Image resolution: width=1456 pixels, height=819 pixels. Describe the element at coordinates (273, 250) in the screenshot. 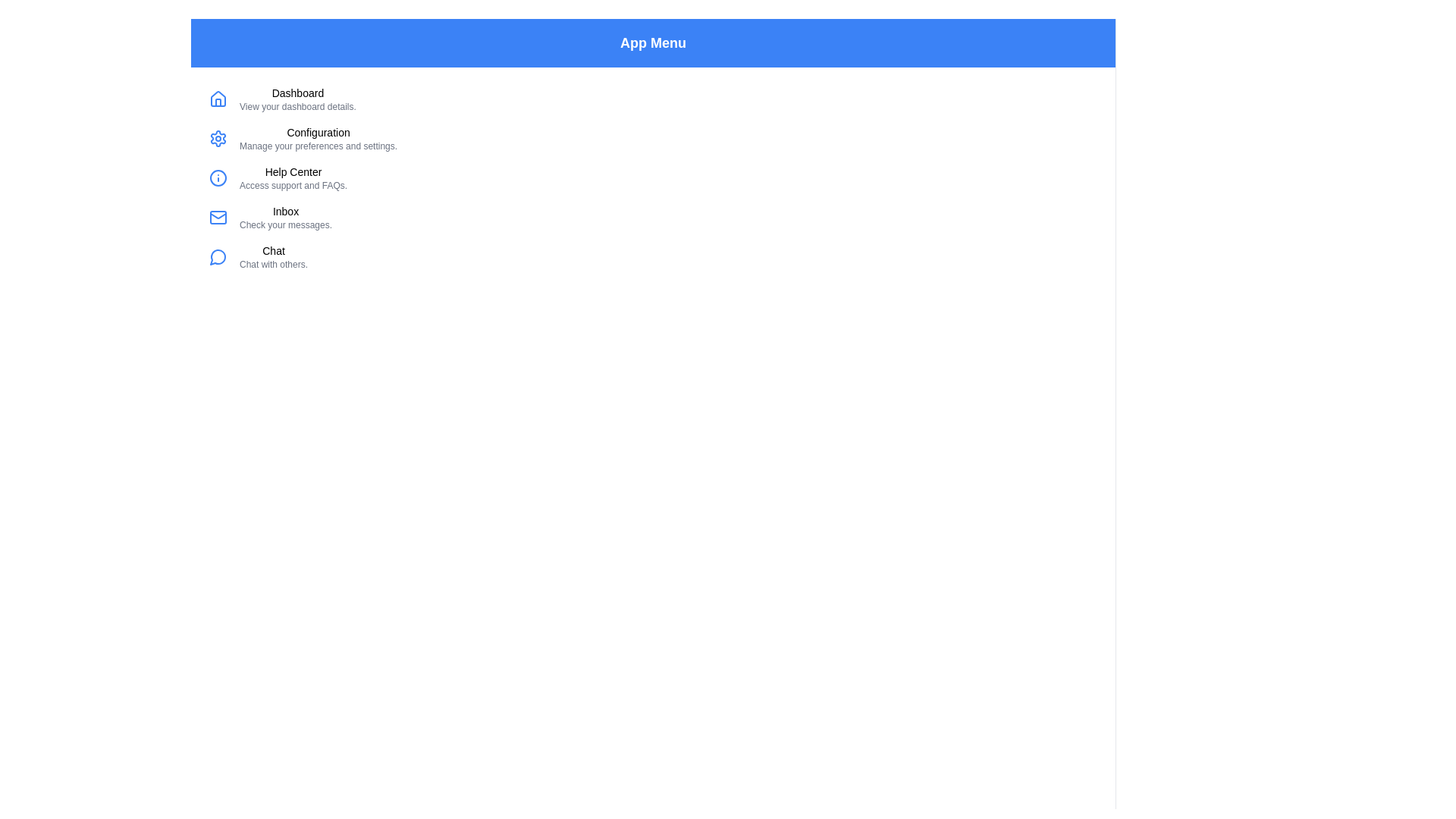

I see `text from the 'Chat' menu label in the application navigation menu, which indicates the purpose of selecting this option` at that location.